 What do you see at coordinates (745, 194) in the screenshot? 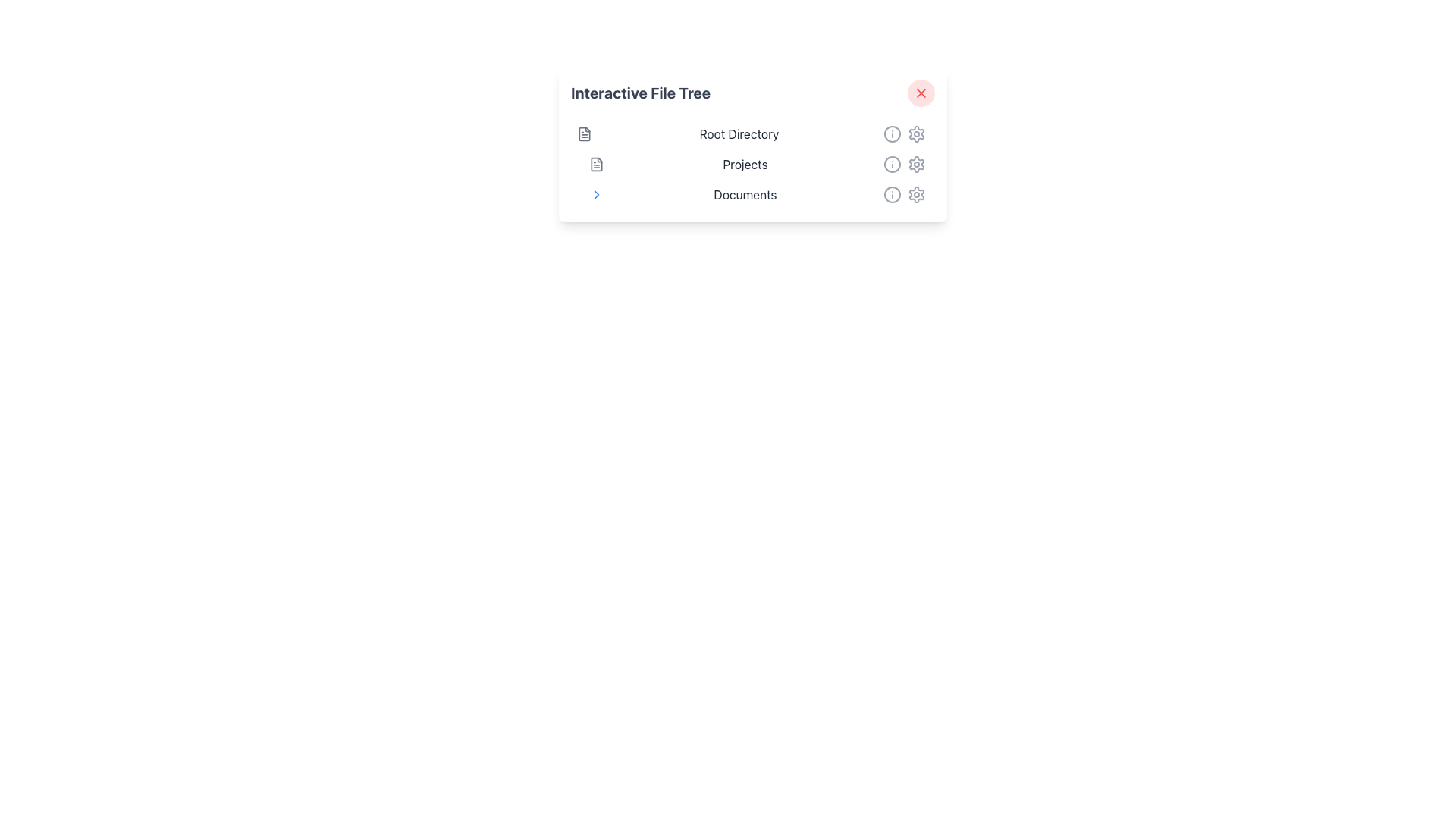
I see `the 'Documents' text label, which is the third entry in the file tree interface, positioned between a chevron icon on the left and an information icon and gear icon on the right` at bounding box center [745, 194].